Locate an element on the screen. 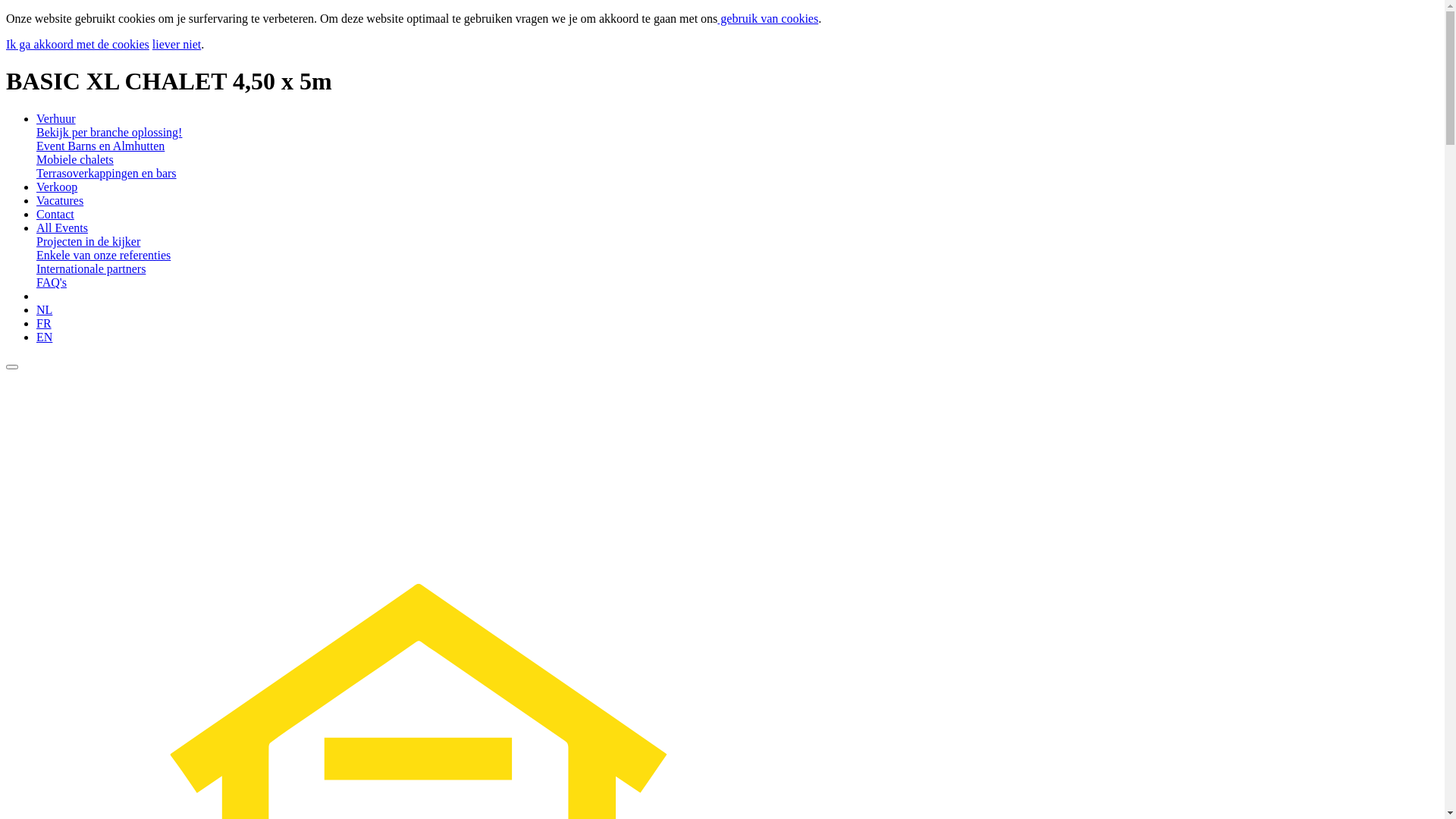 Image resolution: width=1456 pixels, height=819 pixels. 'Event Barns en Almhutten' is located at coordinates (99, 146).